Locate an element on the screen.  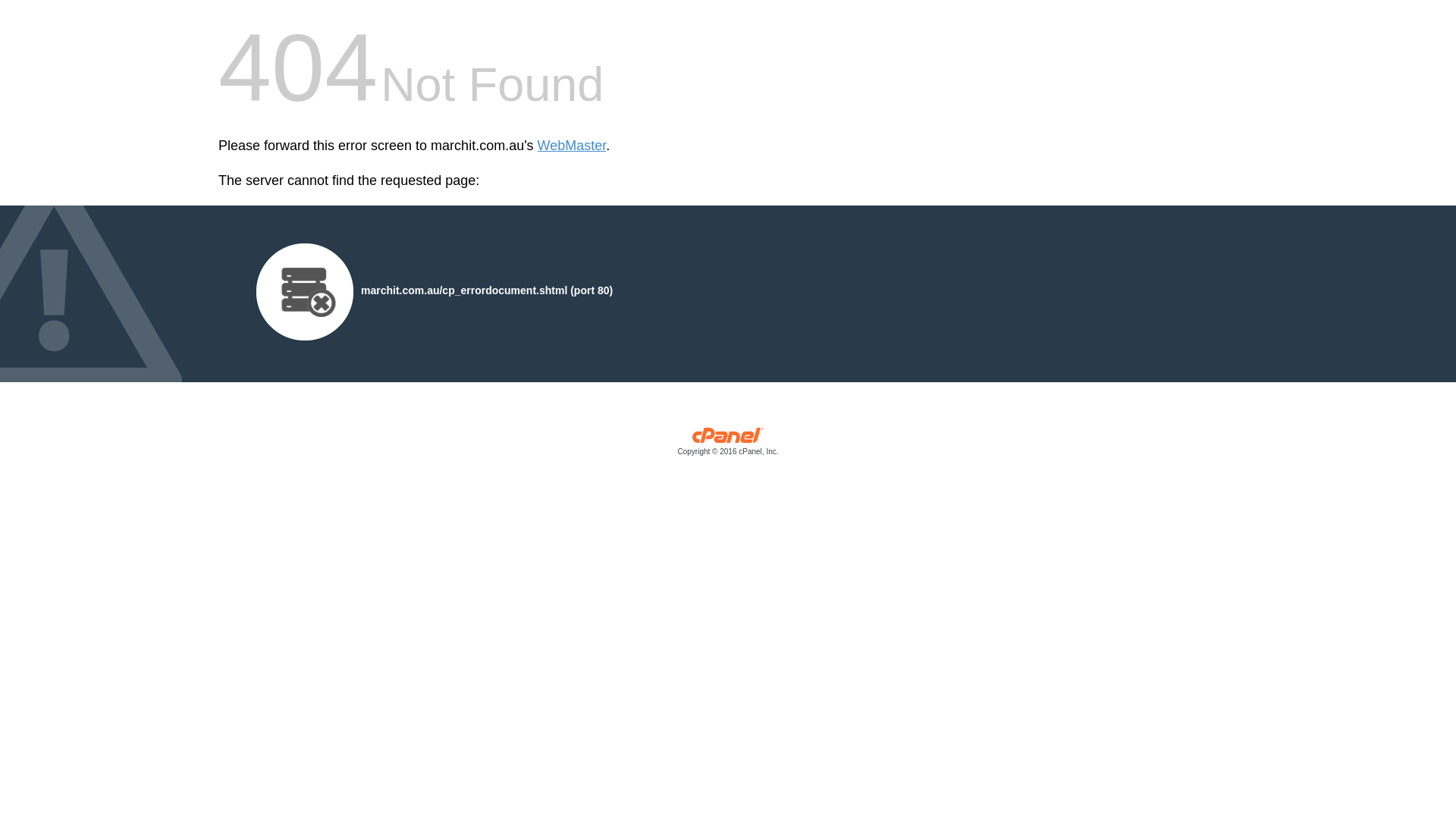
'WebMaster' is located at coordinates (571, 146).